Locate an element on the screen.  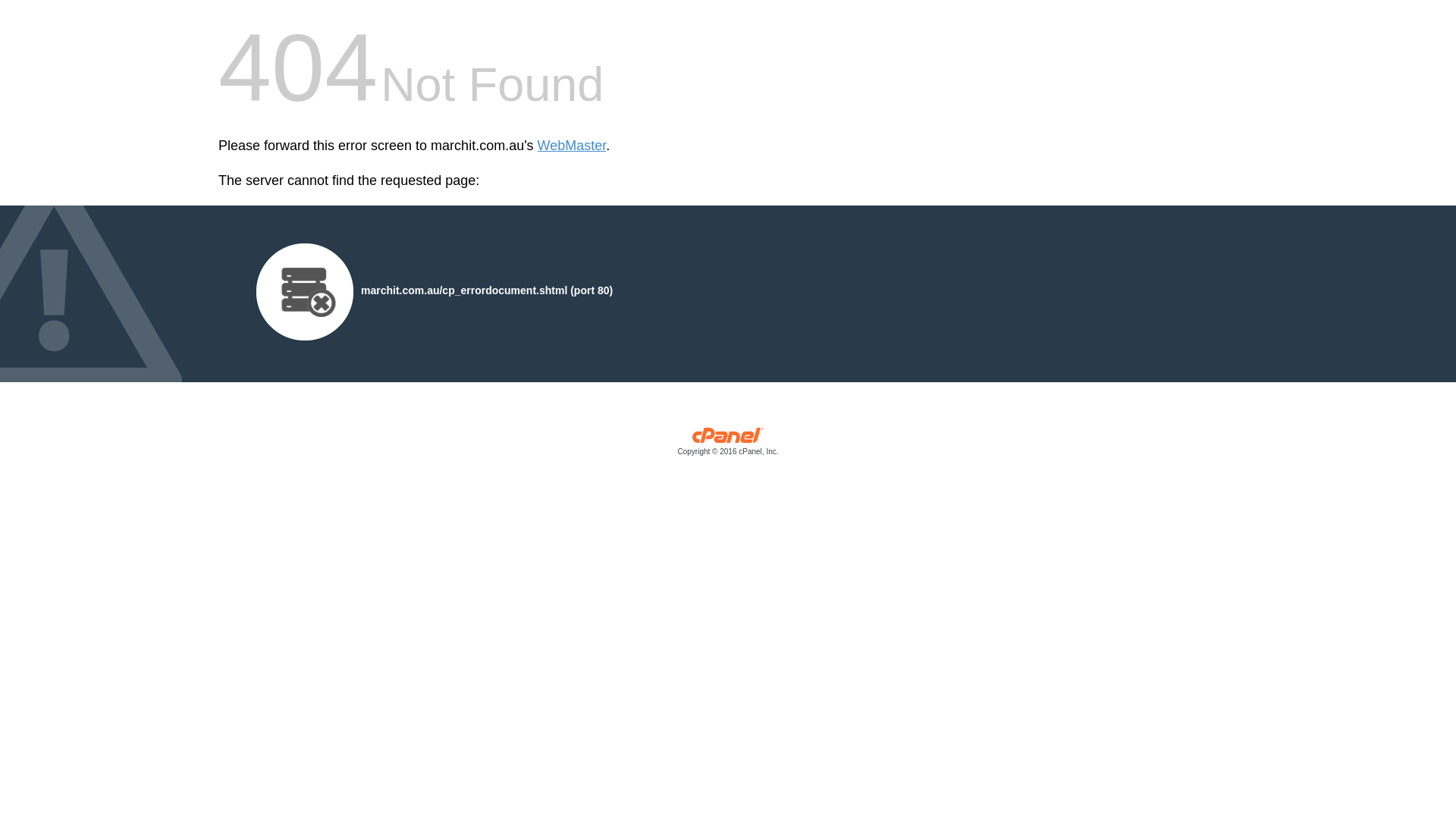
'WebMaster' is located at coordinates (571, 146).